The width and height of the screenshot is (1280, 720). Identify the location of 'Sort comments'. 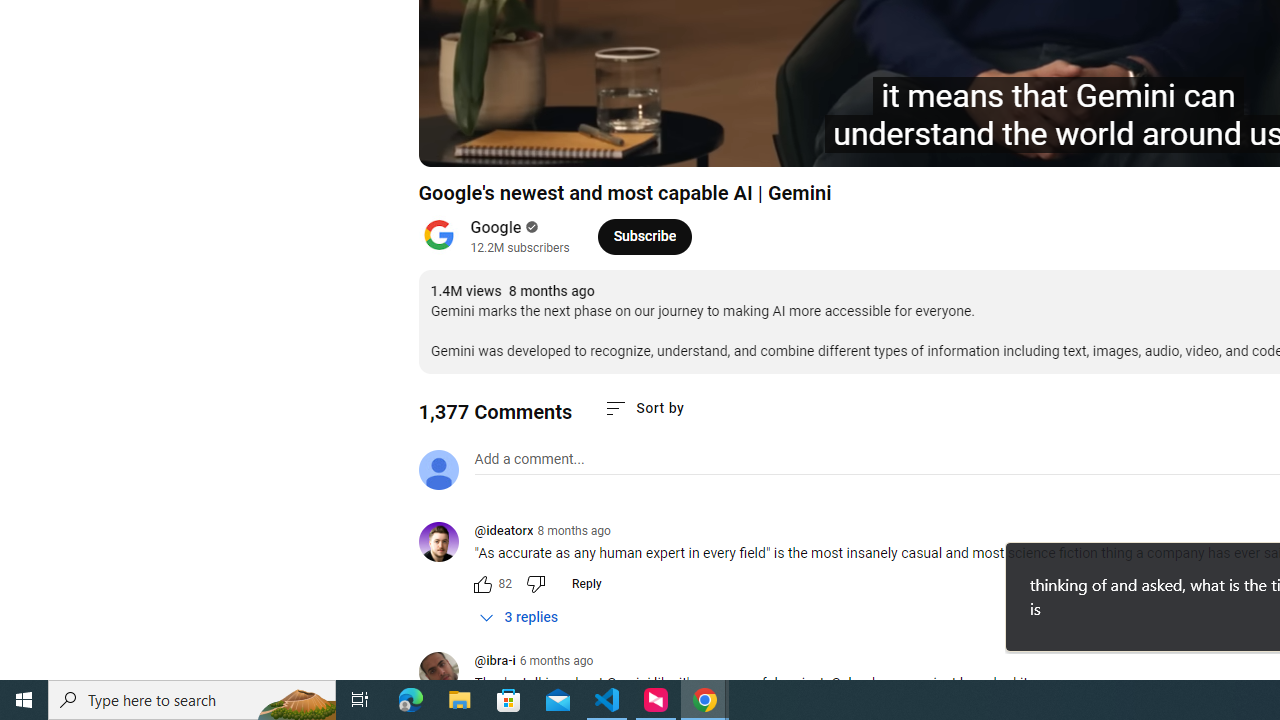
(644, 407).